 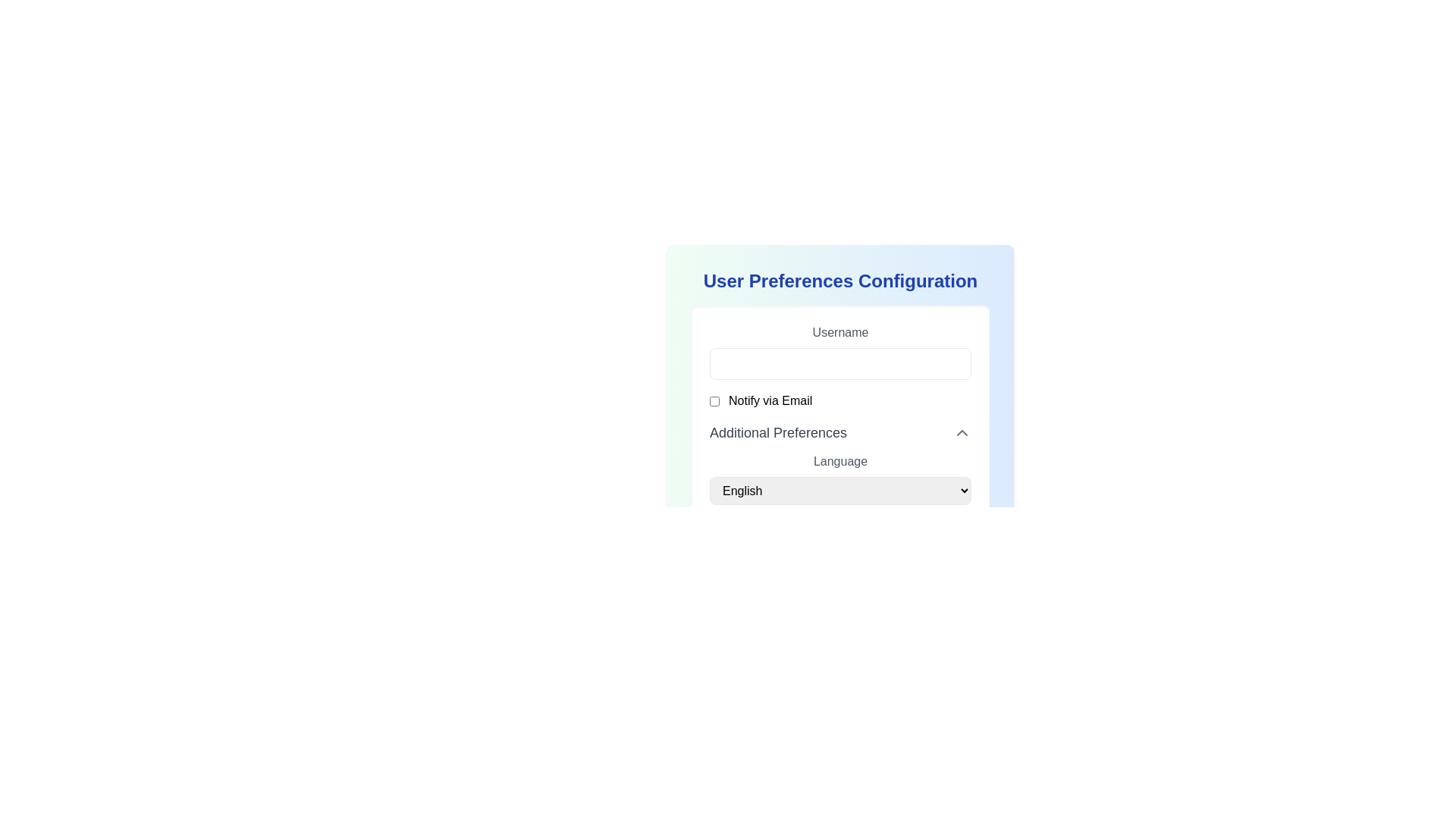 I want to click on the Text label indicating the username input field, located above the text input box in the 'User Preferences Configuration' section, so click(x=839, y=332).